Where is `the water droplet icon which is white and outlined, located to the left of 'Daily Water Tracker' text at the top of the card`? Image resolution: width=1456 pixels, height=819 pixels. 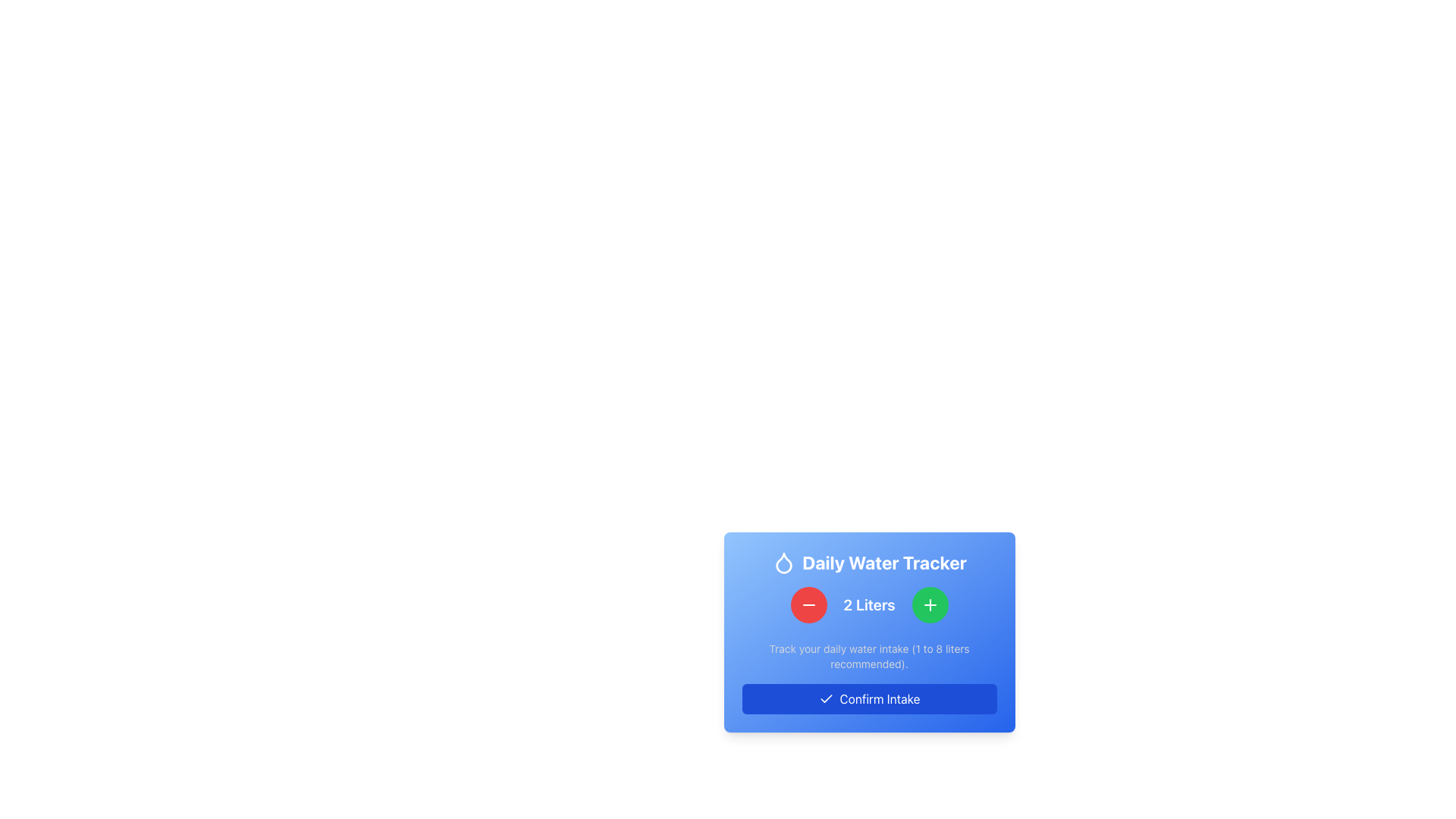 the water droplet icon which is white and outlined, located to the left of 'Daily Water Tracker' text at the top of the card is located at coordinates (784, 562).